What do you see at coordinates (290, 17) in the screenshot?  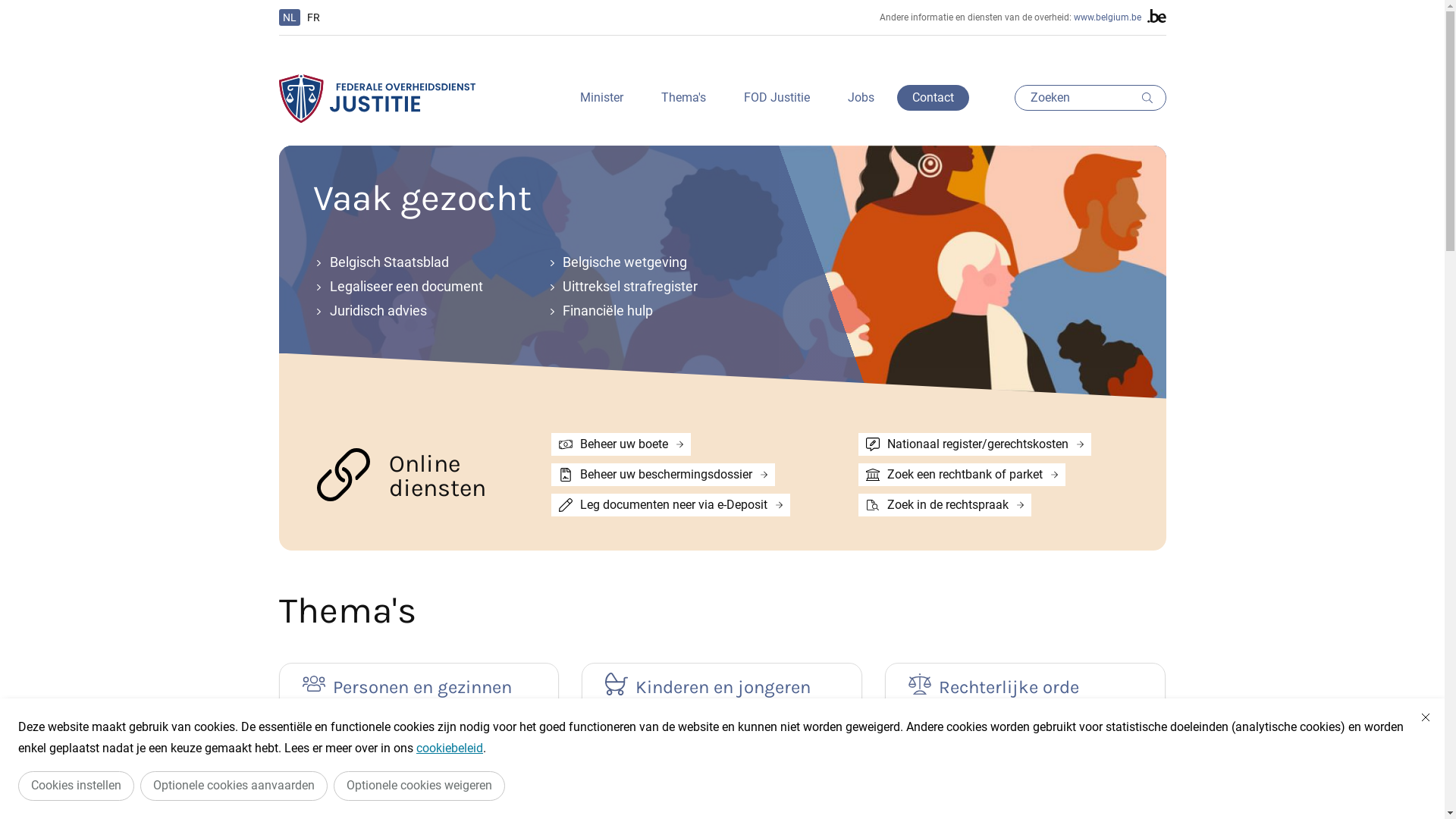 I see `'NL'` at bounding box center [290, 17].